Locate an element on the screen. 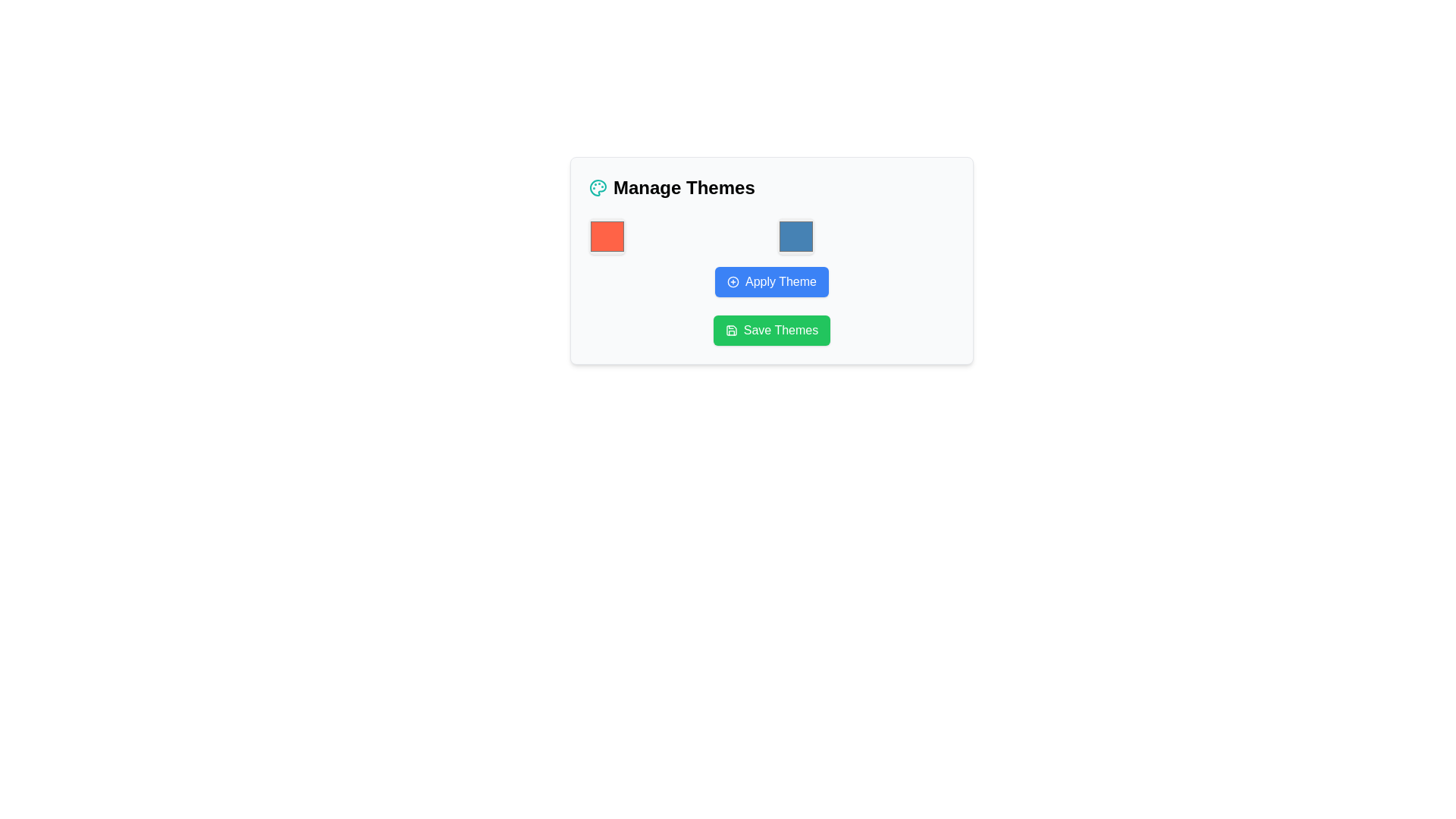 This screenshot has height=819, width=1456. the decorative icon located at the top-left corner of the blue 'Apply Theme' button, which enhances the theme's visual representation is located at coordinates (733, 281).